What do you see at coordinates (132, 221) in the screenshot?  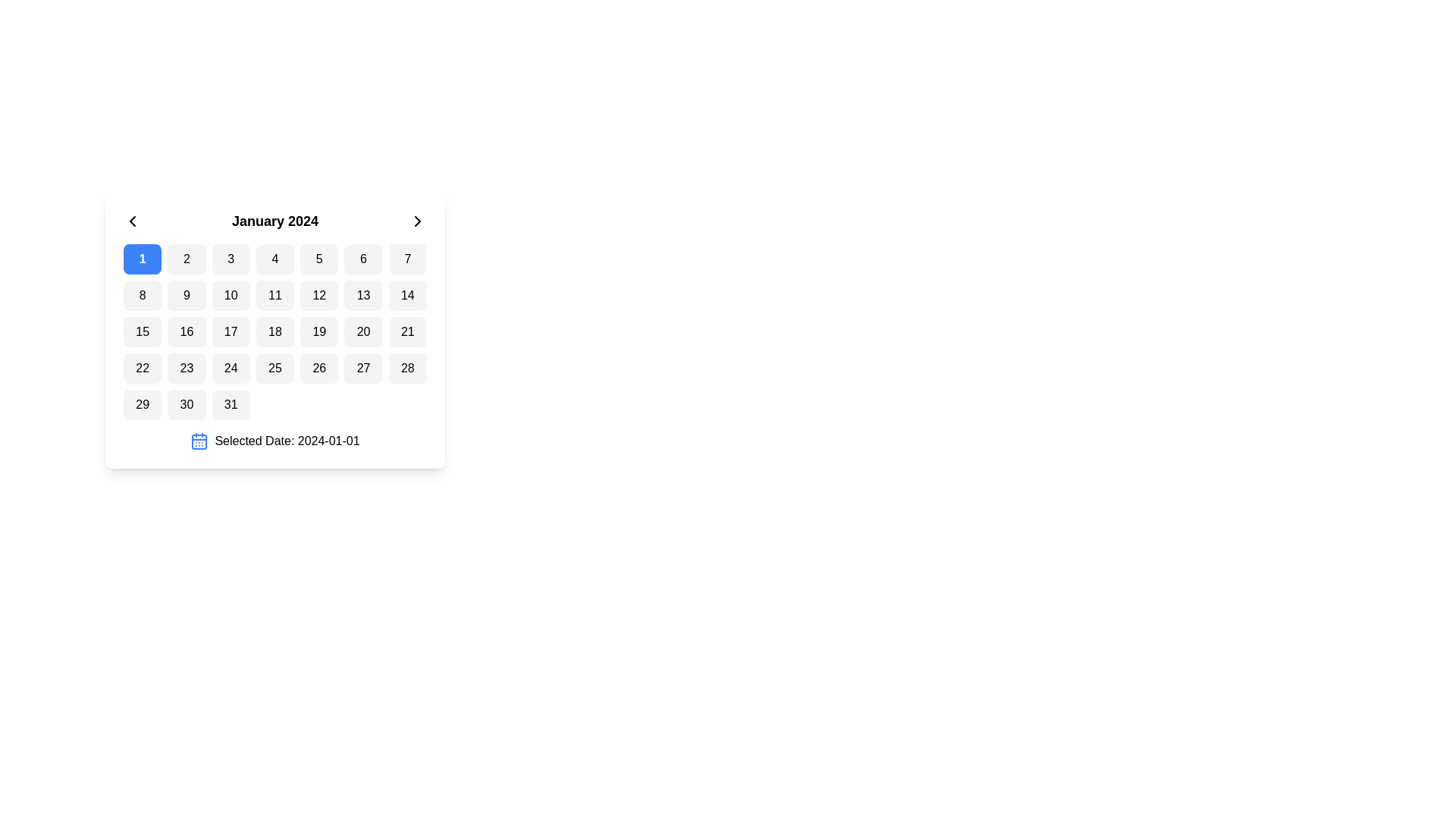 I see `the backward navigation icon in the calendar interface` at bounding box center [132, 221].